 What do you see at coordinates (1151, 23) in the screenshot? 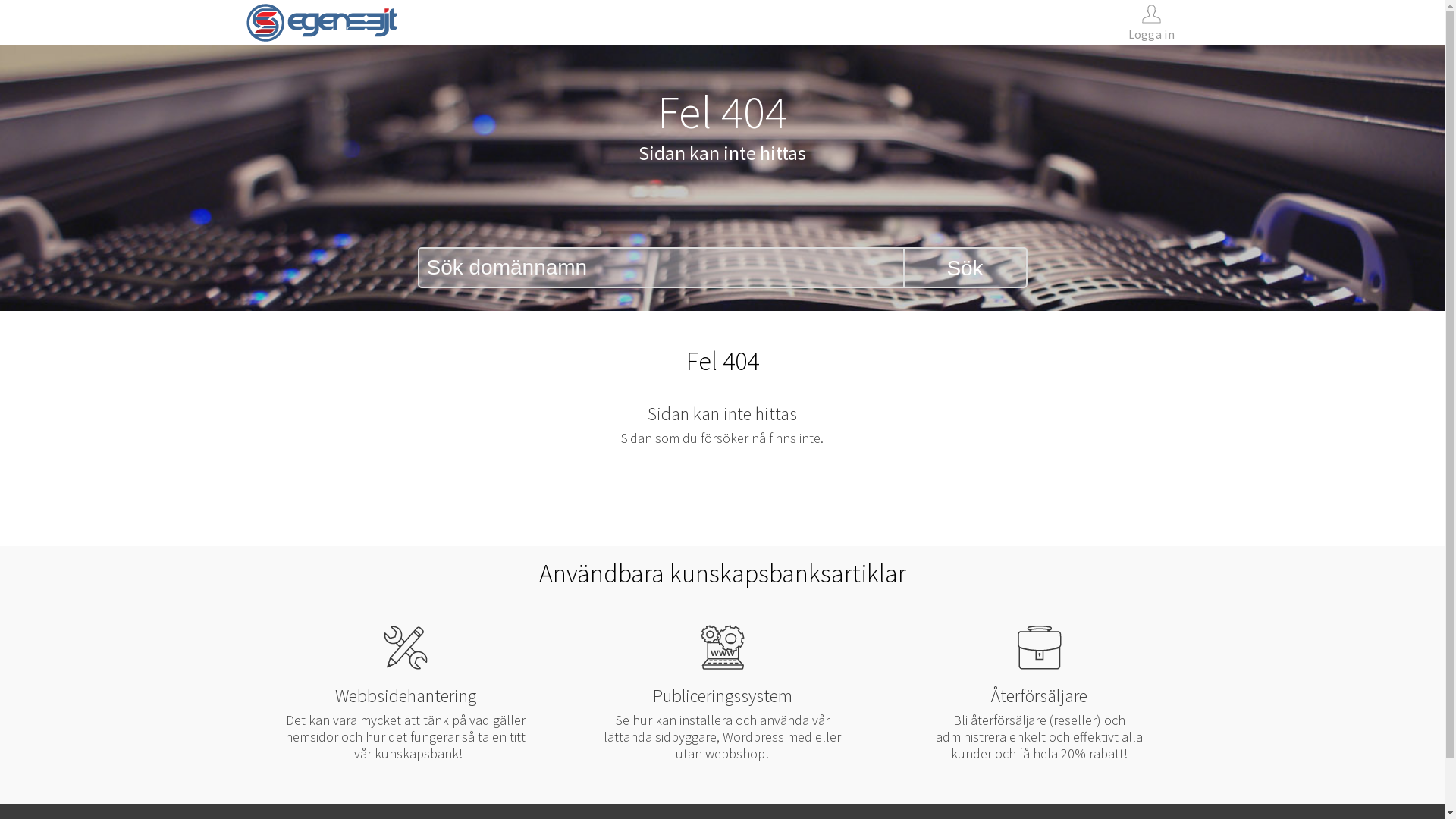
I see `'Logga in'` at bounding box center [1151, 23].